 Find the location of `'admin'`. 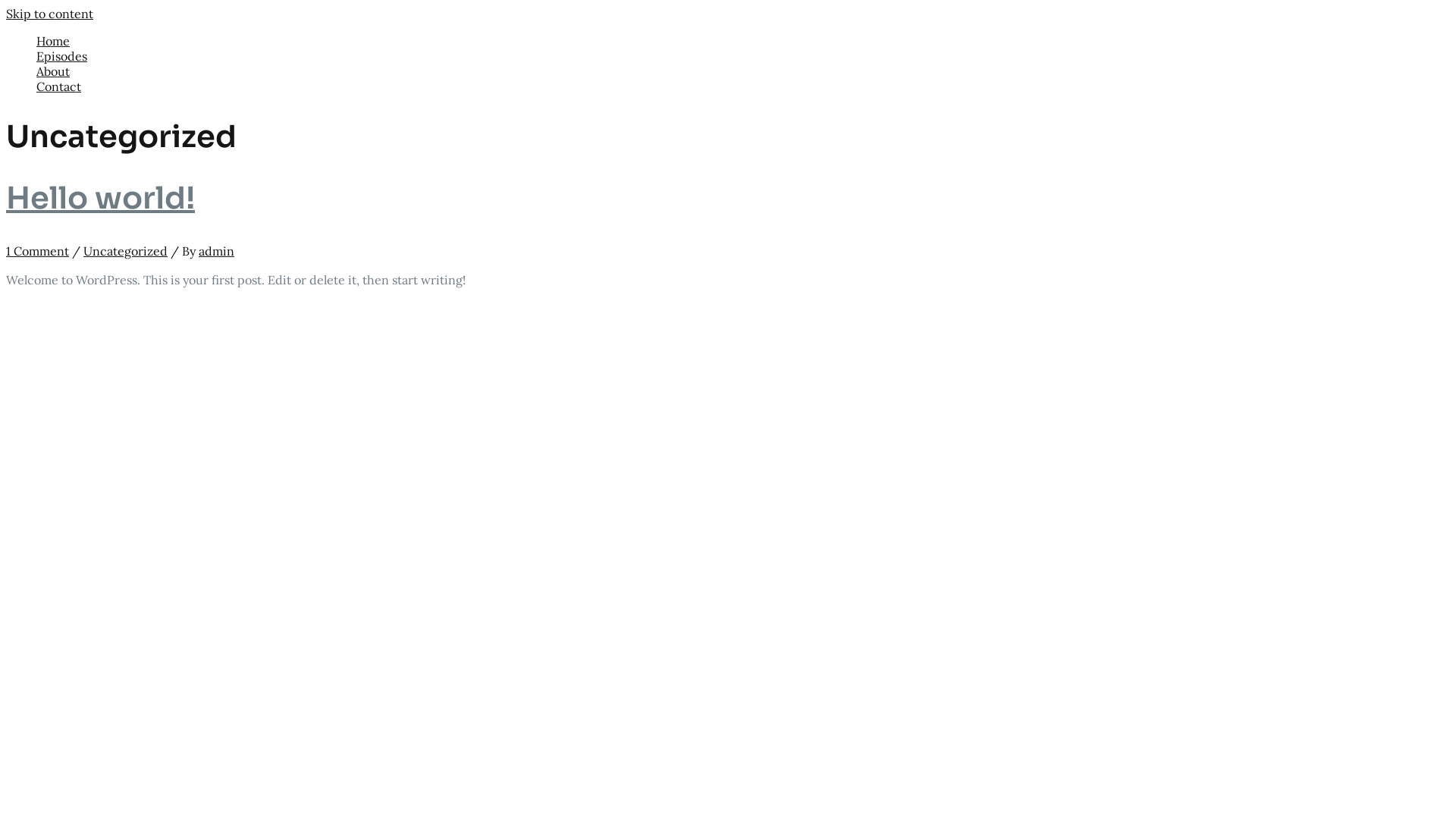

'admin' is located at coordinates (198, 250).